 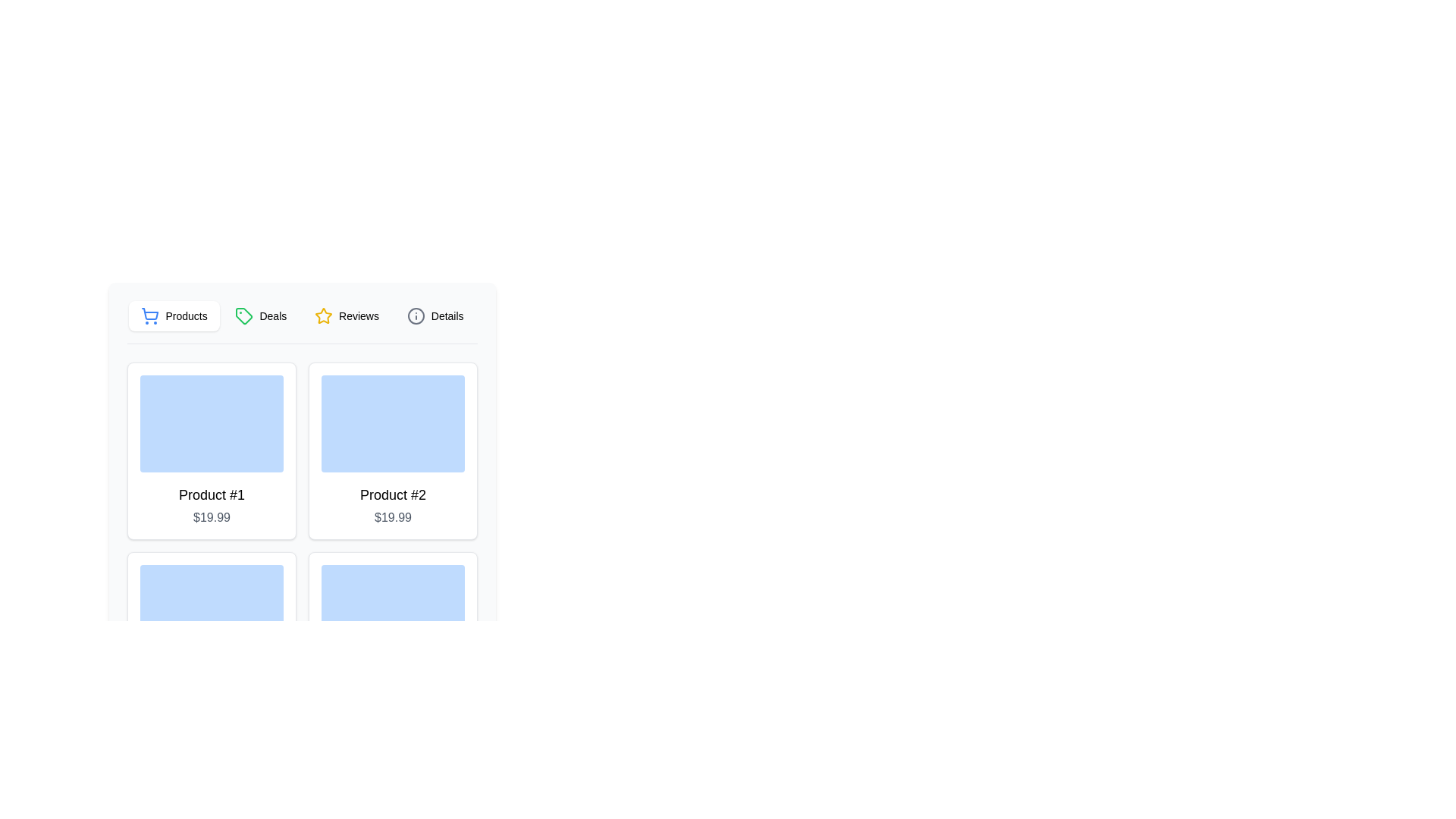 What do you see at coordinates (416, 315) in the screenshot?
I see `the circular icon element located in the top-right corner of the navigation bar which is part of an SVG structure` at bounding box center [416, 315].